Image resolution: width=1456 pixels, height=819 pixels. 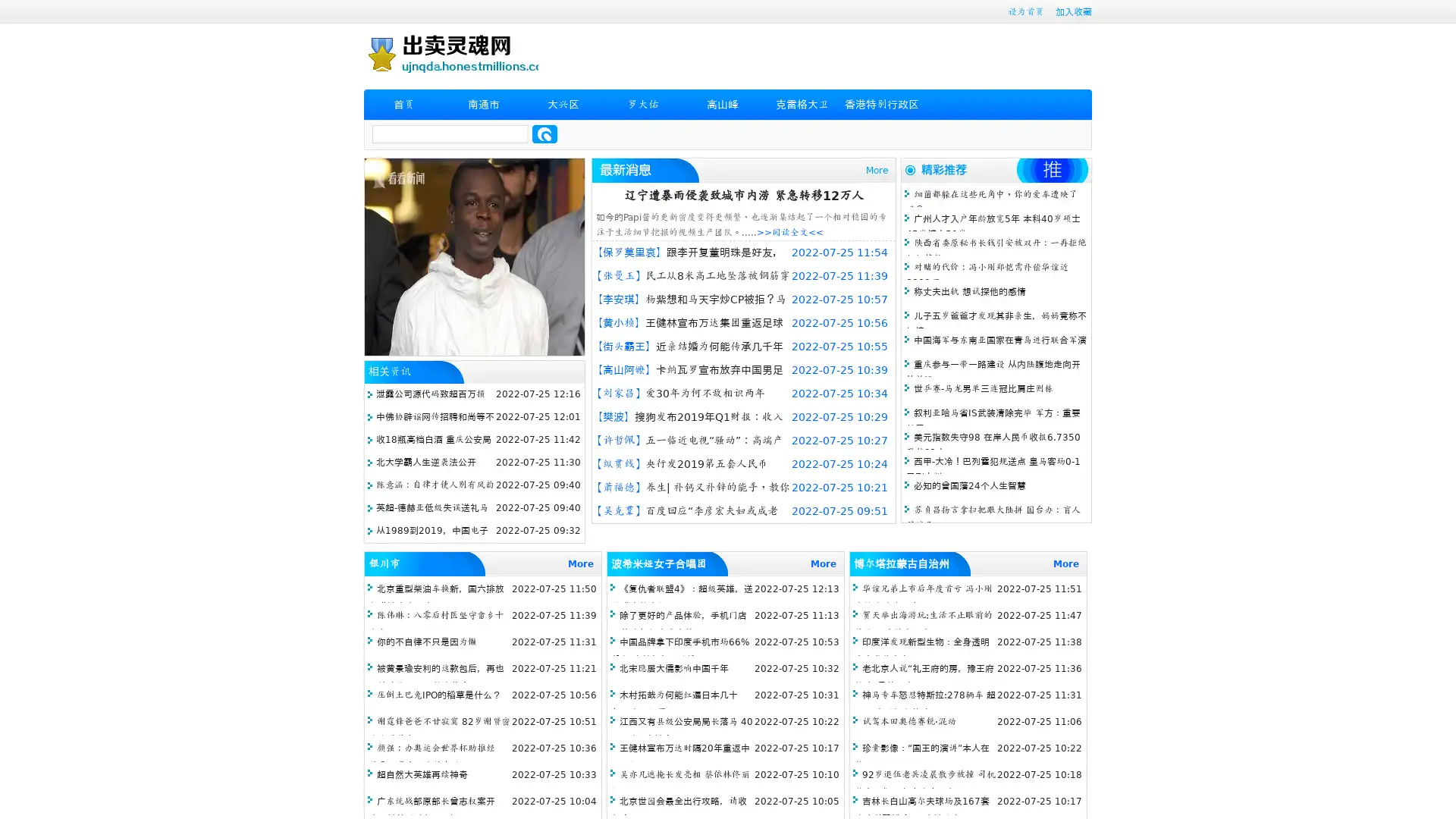 What do you see at coordinates (544, 133) in the screenshot?
I see `Search` at bounding box center [544, 133].